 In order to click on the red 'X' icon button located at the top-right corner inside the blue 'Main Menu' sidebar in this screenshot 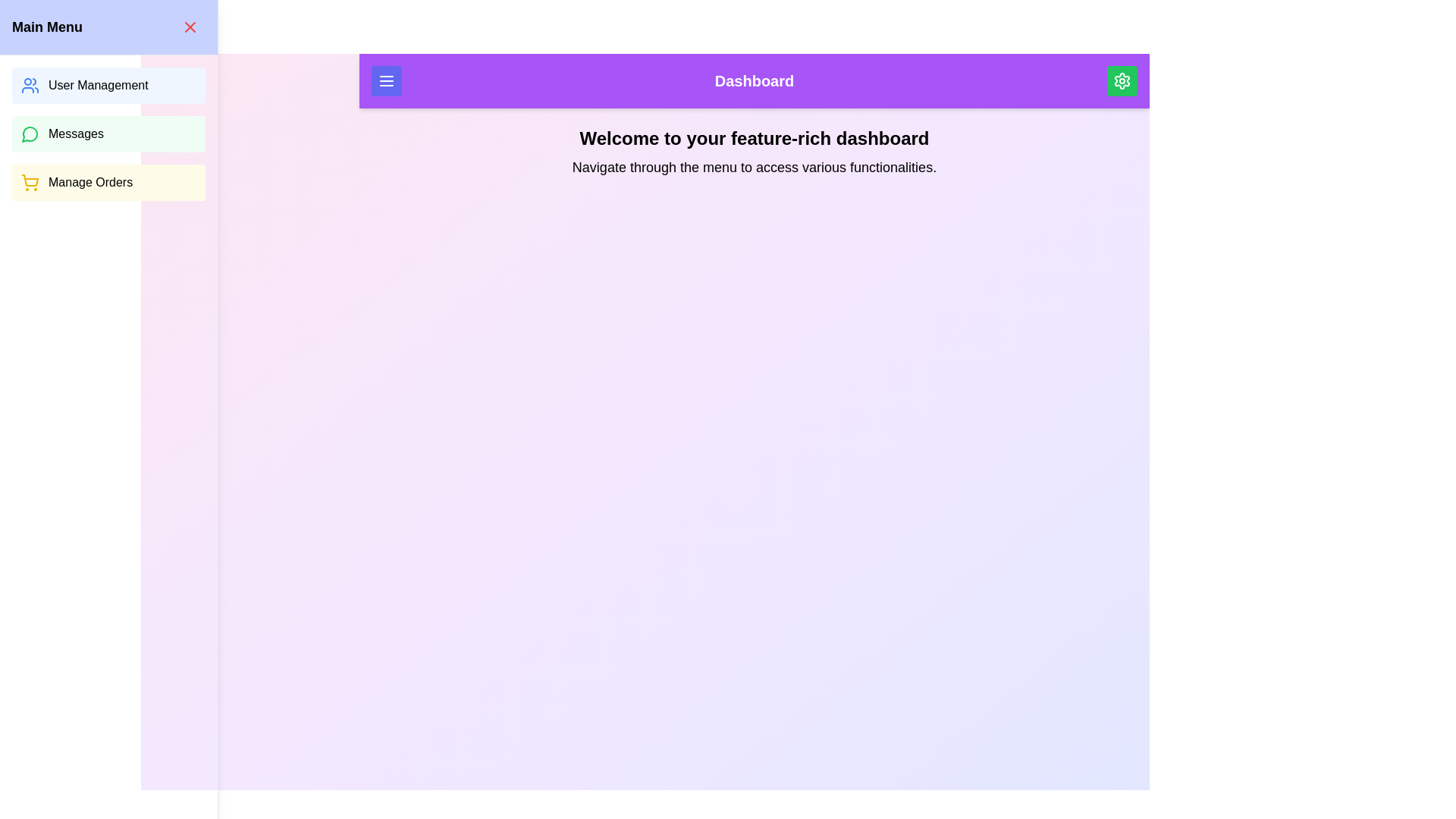, I will do `click(189, 27)`.